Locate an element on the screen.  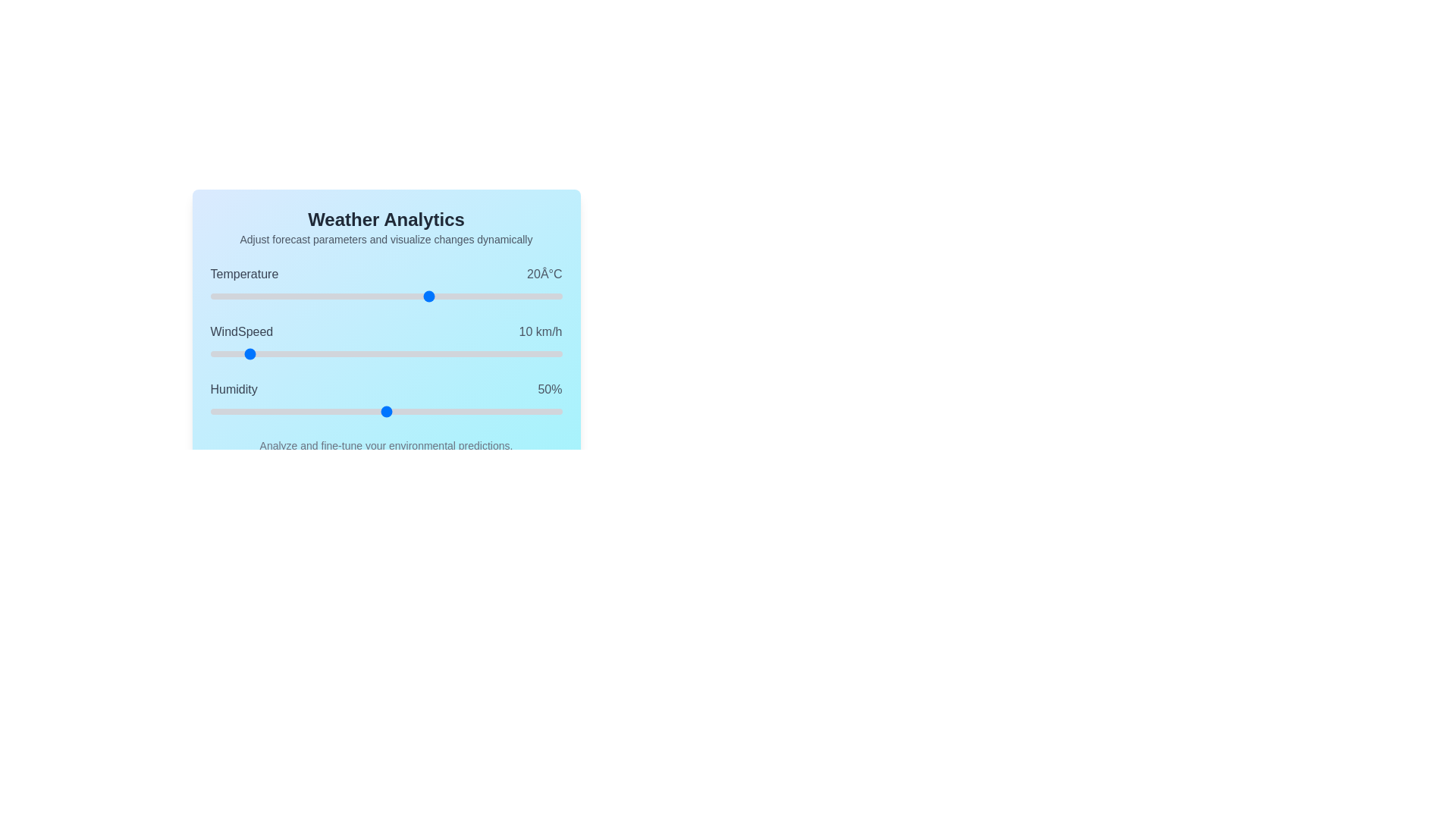
the temperature slider to set the value to 24°C is located at coordinates (447, 296).